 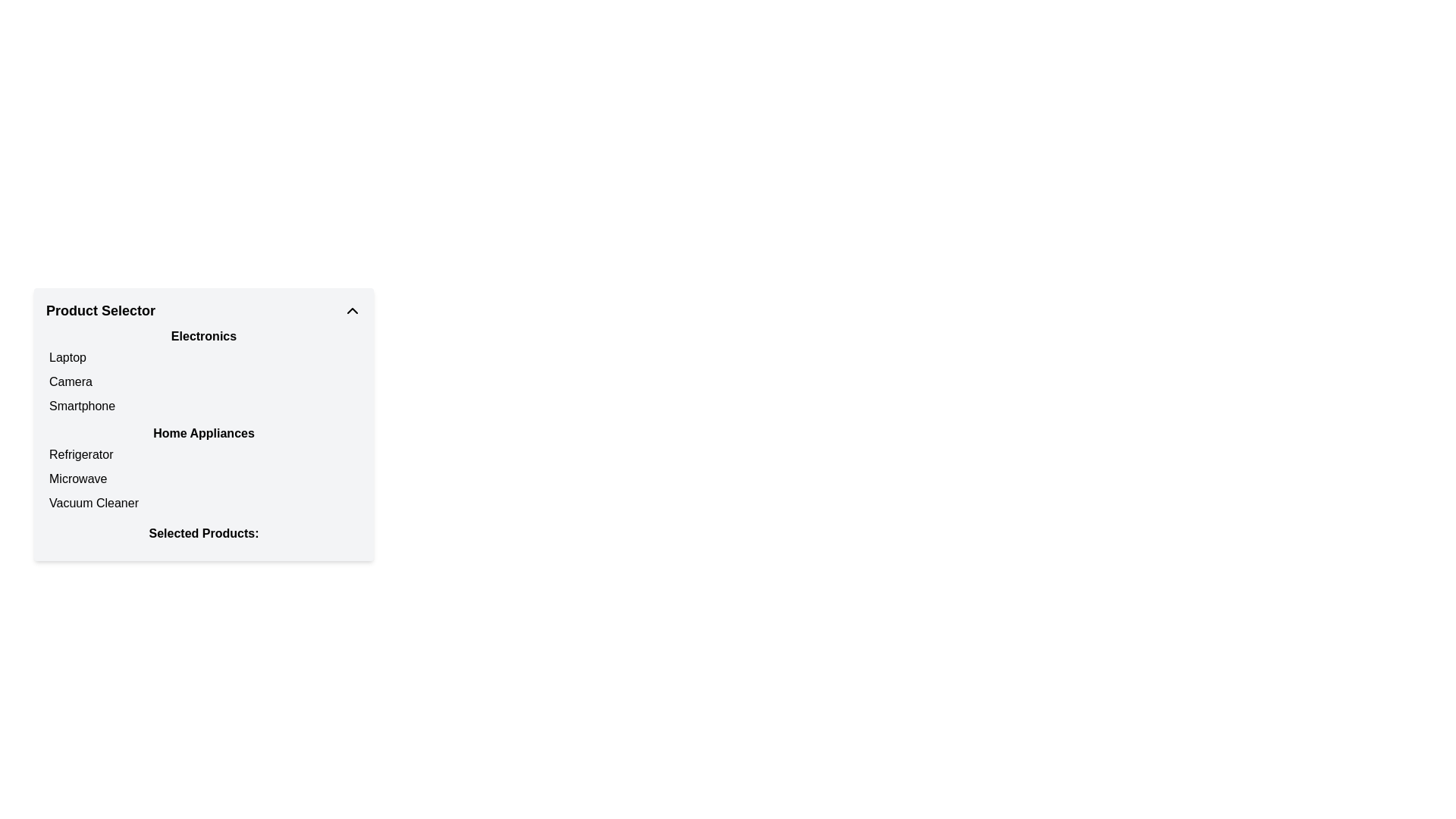 What do you see at coordinates (202, 433) in the screenshot?
I see `the static text label reading 'Home Appliances' which is styled in bold and has a gray background, located at the top of the dropdown menu interface` at bounding box center [202, 433].